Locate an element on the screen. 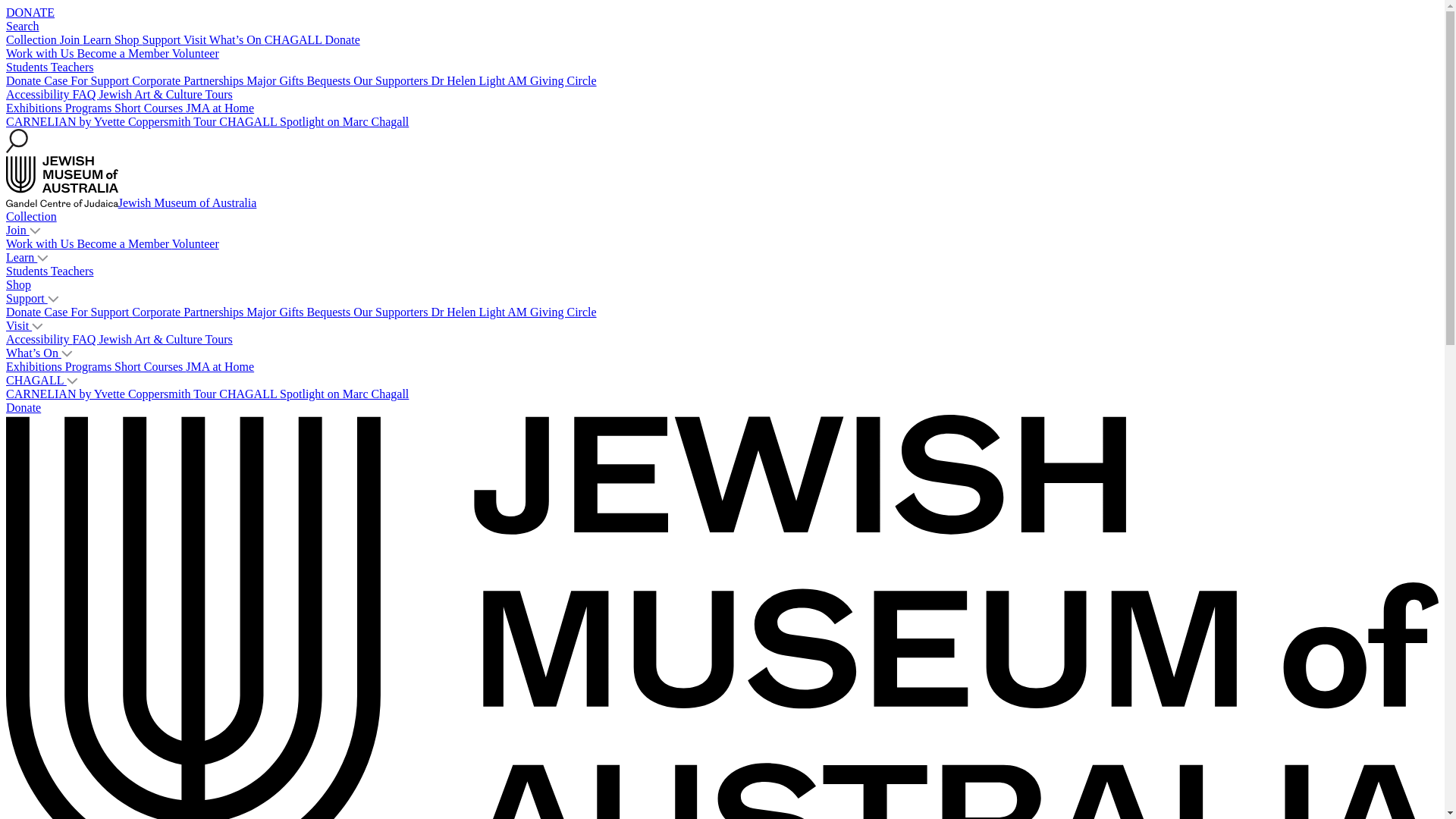 The height and width of the screenshot is (819, 1456). 'Shop' is located at coordinates (6, 284).